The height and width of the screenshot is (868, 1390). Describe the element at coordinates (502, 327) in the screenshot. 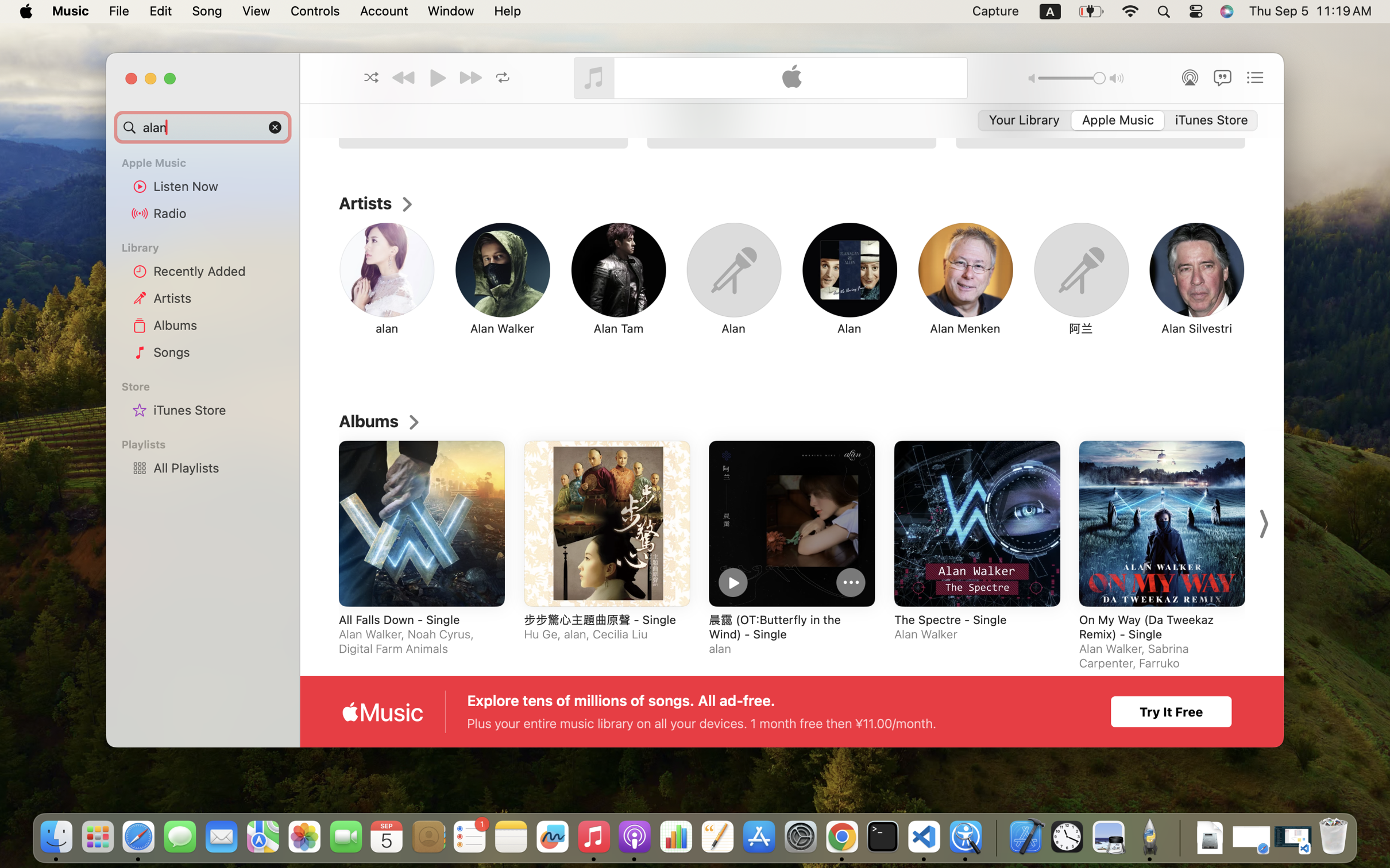

I see `'Alan Walker'` at that location.